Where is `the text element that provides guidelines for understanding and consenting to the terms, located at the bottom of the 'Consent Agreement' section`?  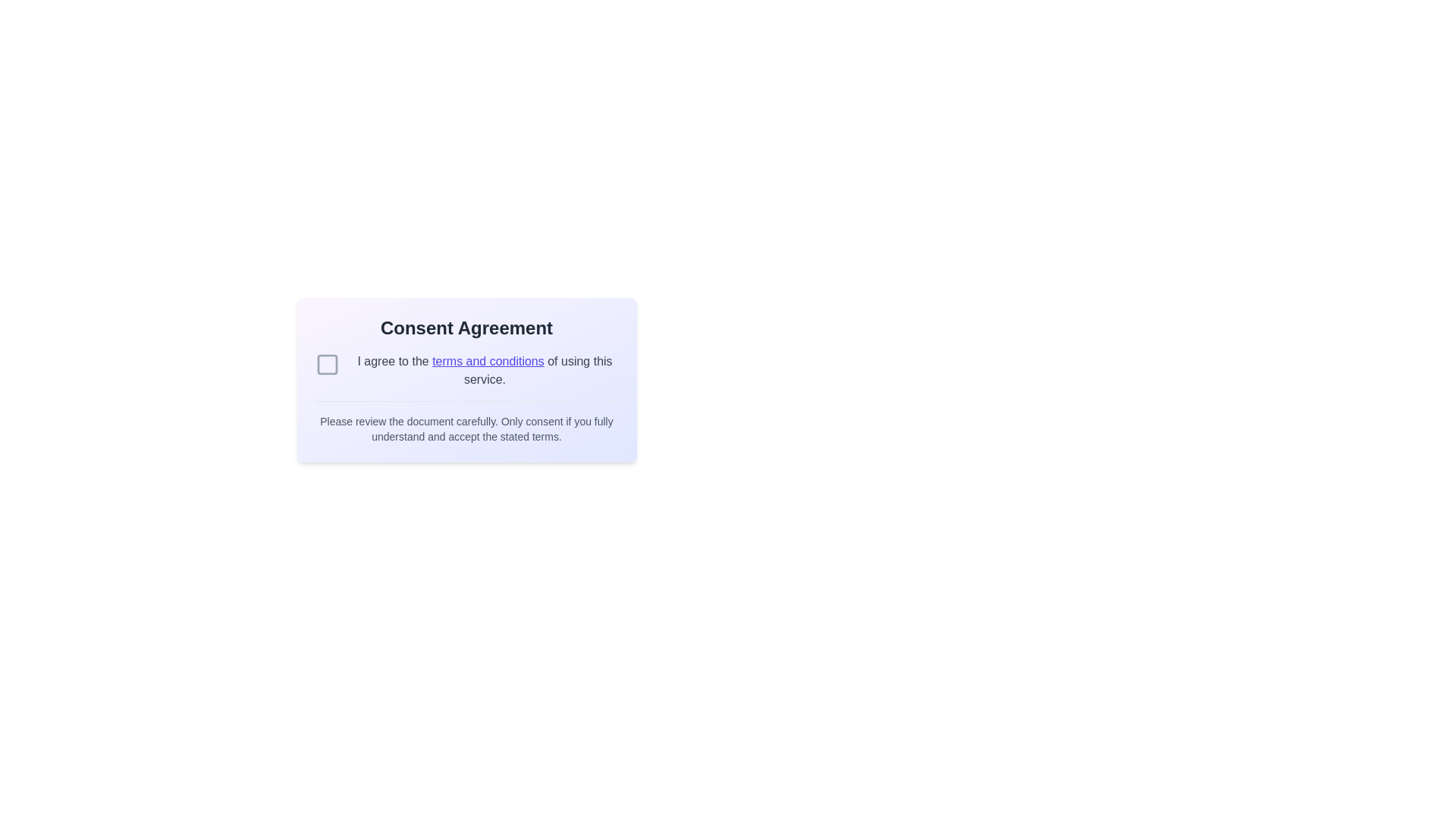 the text element that provides guidelines for understanding and consenting to the terms, located at the bottom of the 'Consent Agreement' section is located at coordinates (466, 422).